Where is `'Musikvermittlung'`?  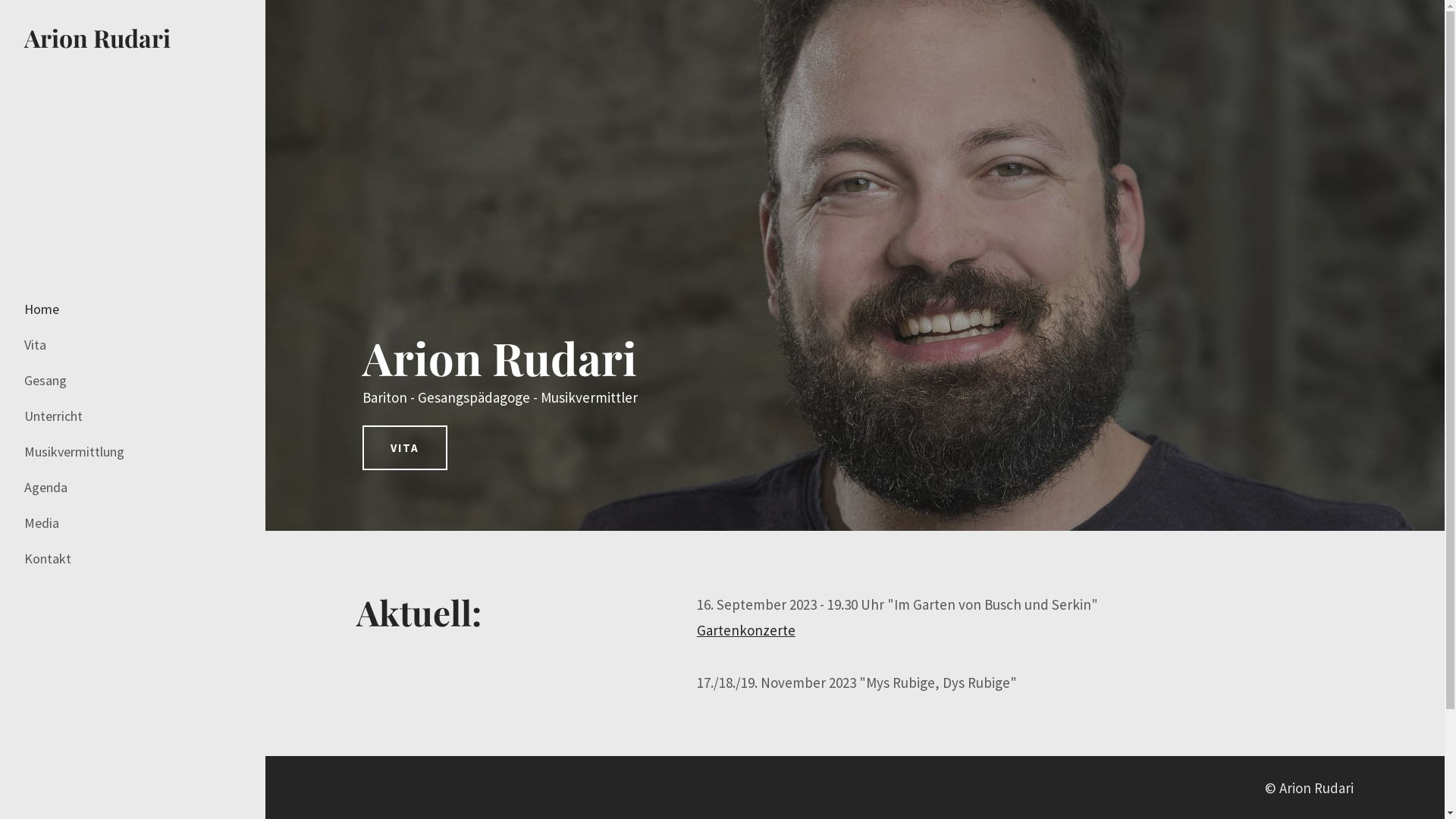
'Musikvermittlung' is located at coordinates (24, 451).